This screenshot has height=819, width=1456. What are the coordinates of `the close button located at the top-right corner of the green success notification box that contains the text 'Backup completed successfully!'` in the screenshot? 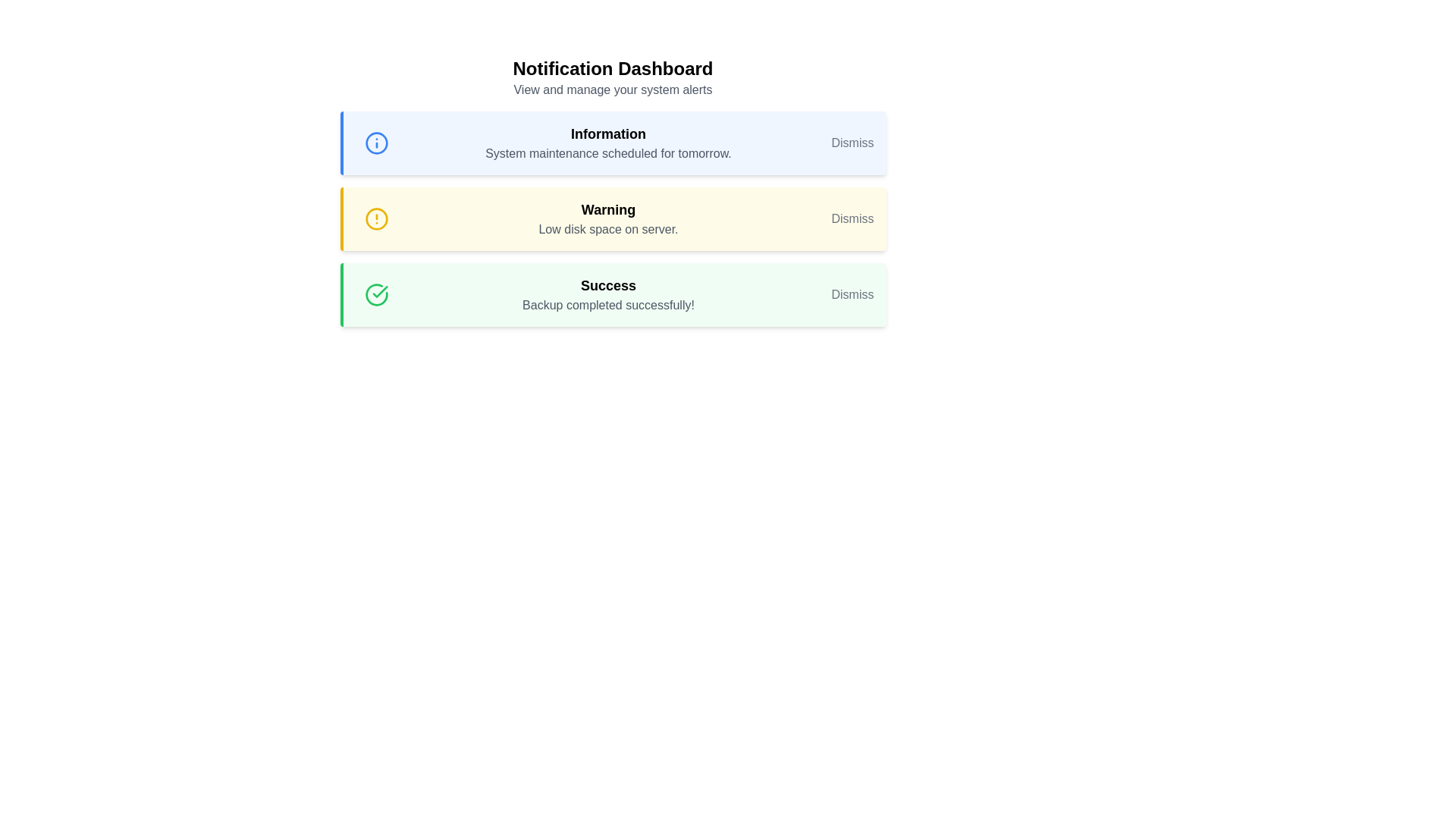 It's located at (852, 295).